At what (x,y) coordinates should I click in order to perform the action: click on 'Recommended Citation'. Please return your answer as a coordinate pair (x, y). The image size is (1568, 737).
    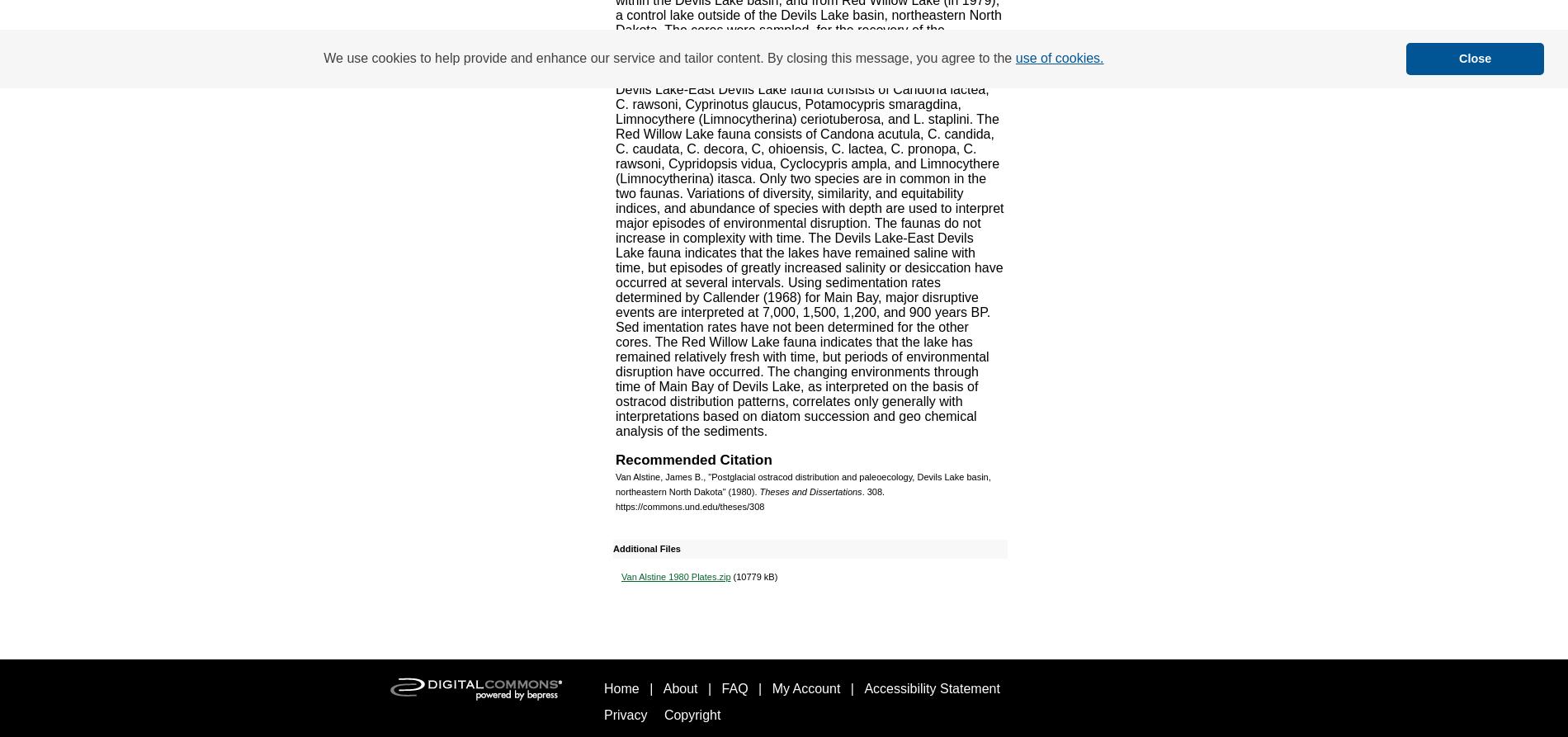
    Looking at the image, I should click on (692, 458).